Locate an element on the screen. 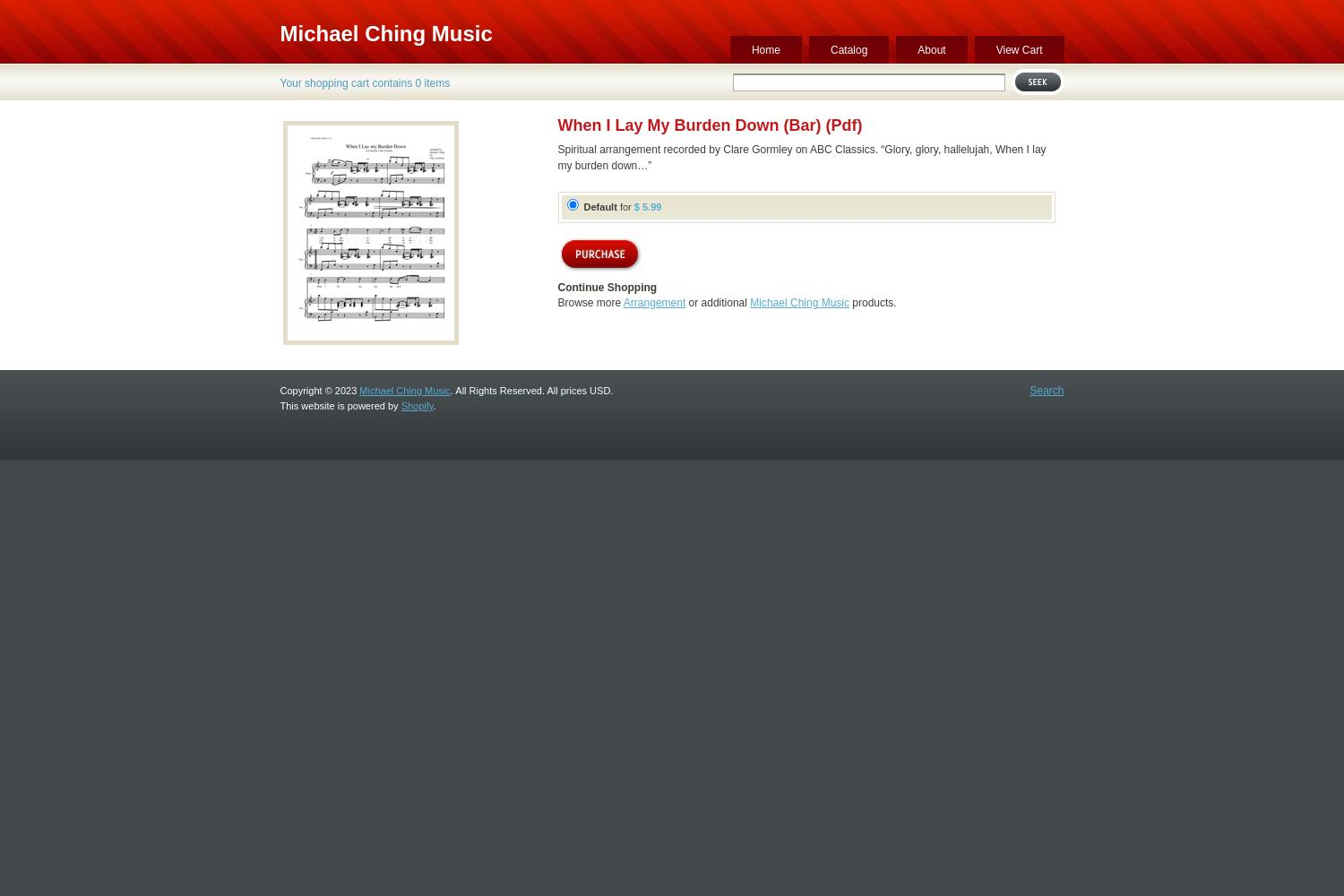  'ABC' is located at coordinates (821, 150).